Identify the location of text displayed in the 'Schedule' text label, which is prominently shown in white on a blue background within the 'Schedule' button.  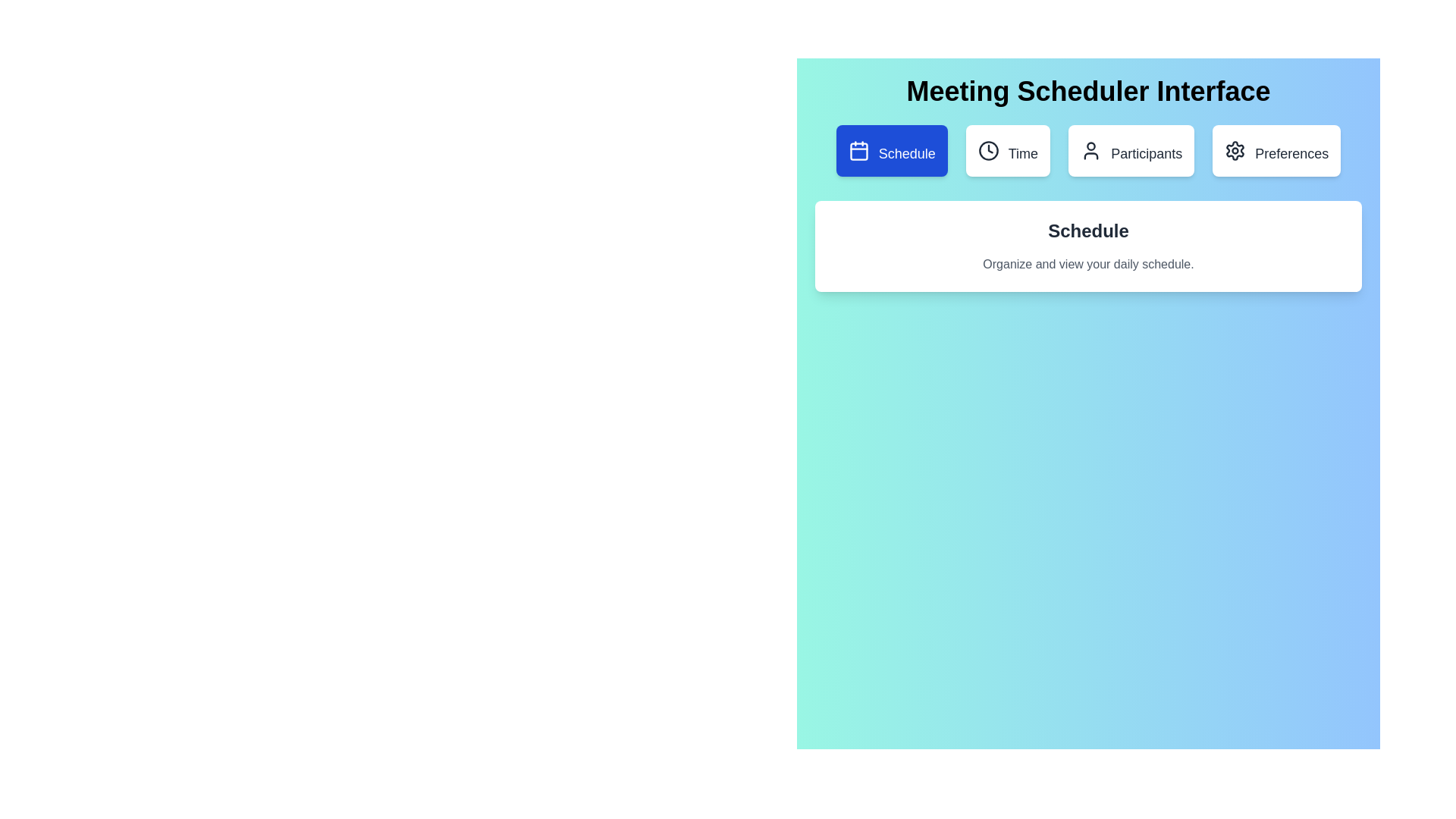
(907, 154).